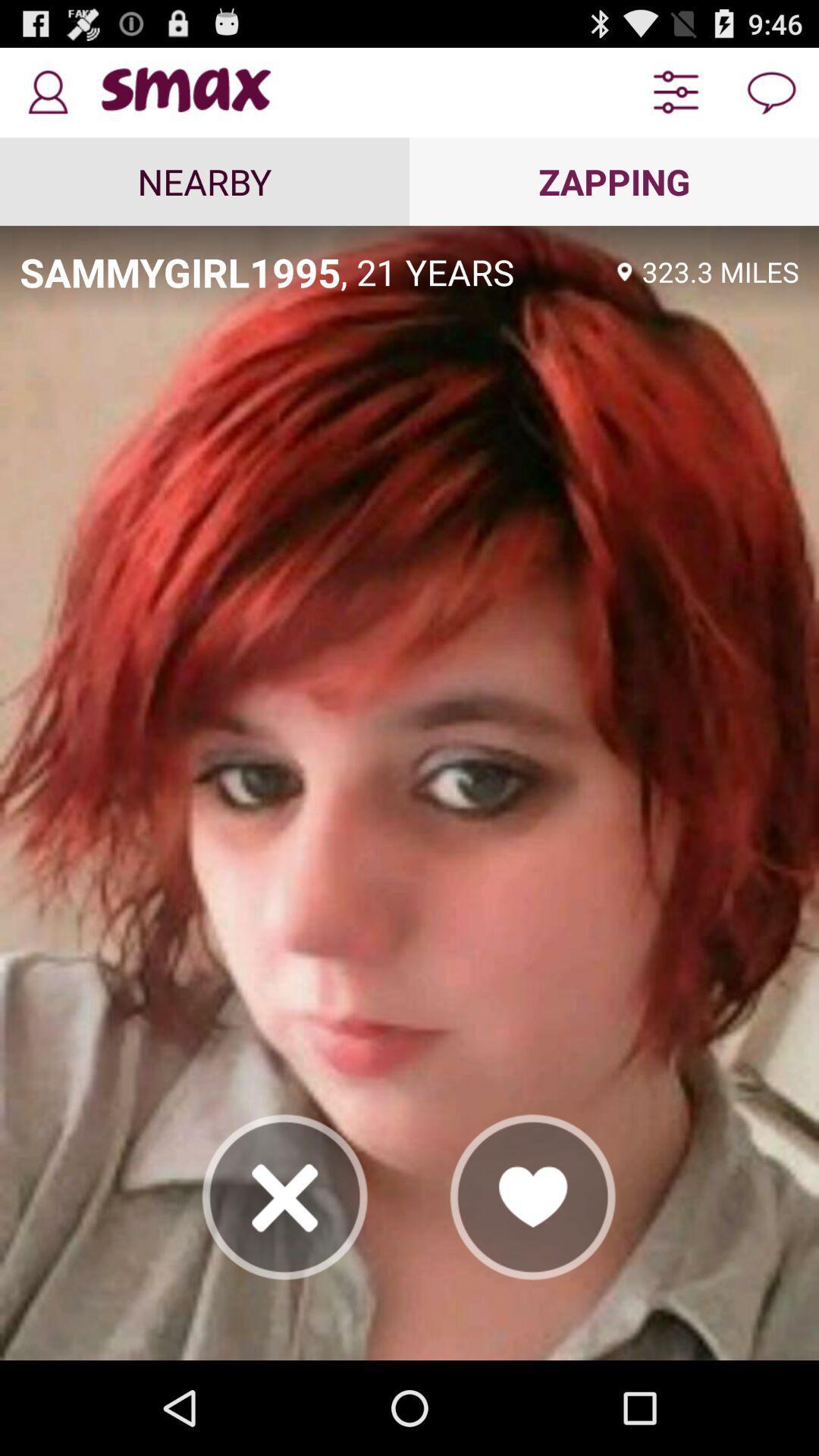  Describe the element at coordinates (473, 271) in the screenshot. I see `icon to the right of the sammygirl1995 app` at that location.